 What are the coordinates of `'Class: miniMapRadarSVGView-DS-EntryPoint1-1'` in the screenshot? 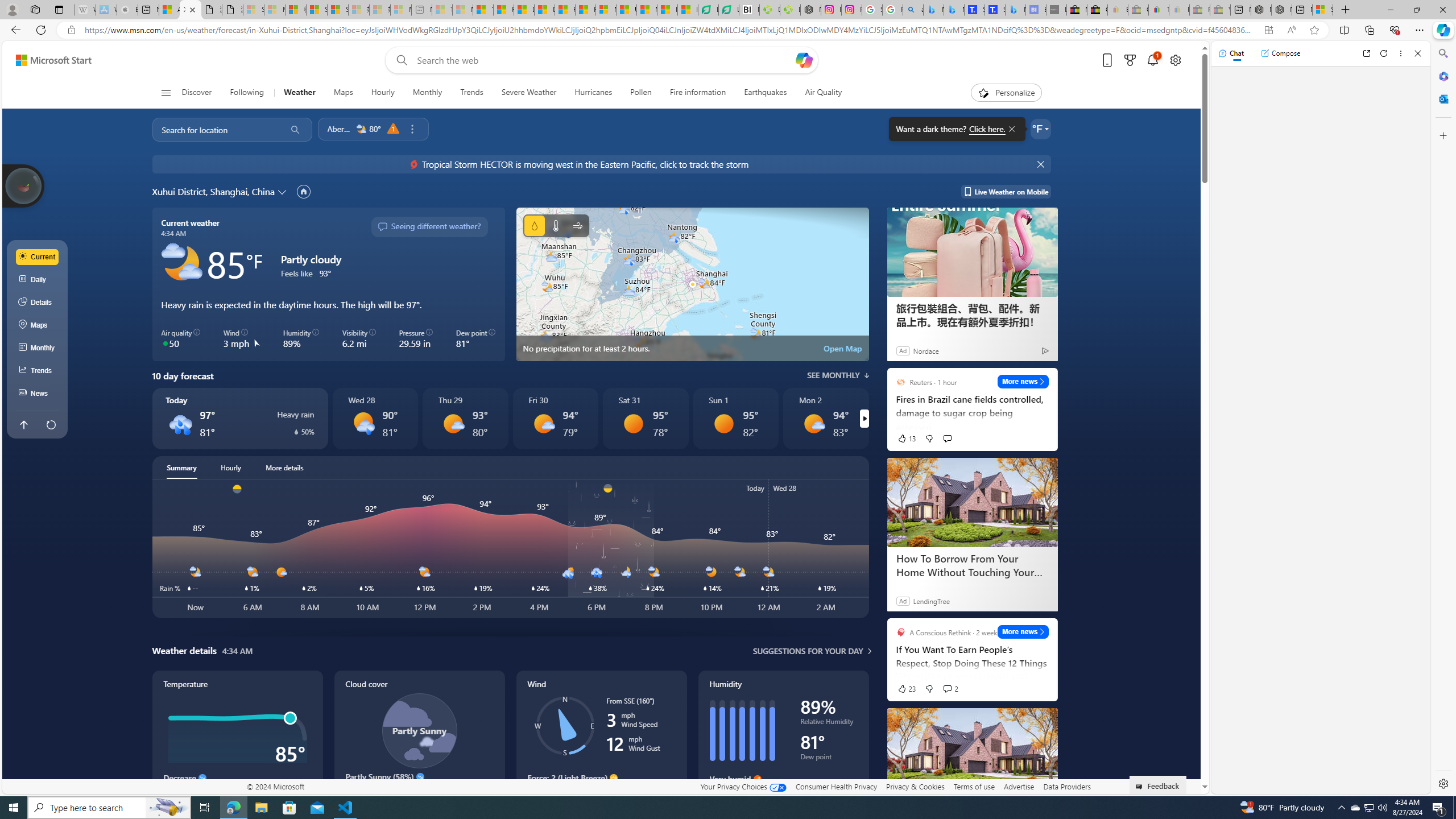 It's located at (692, 283).